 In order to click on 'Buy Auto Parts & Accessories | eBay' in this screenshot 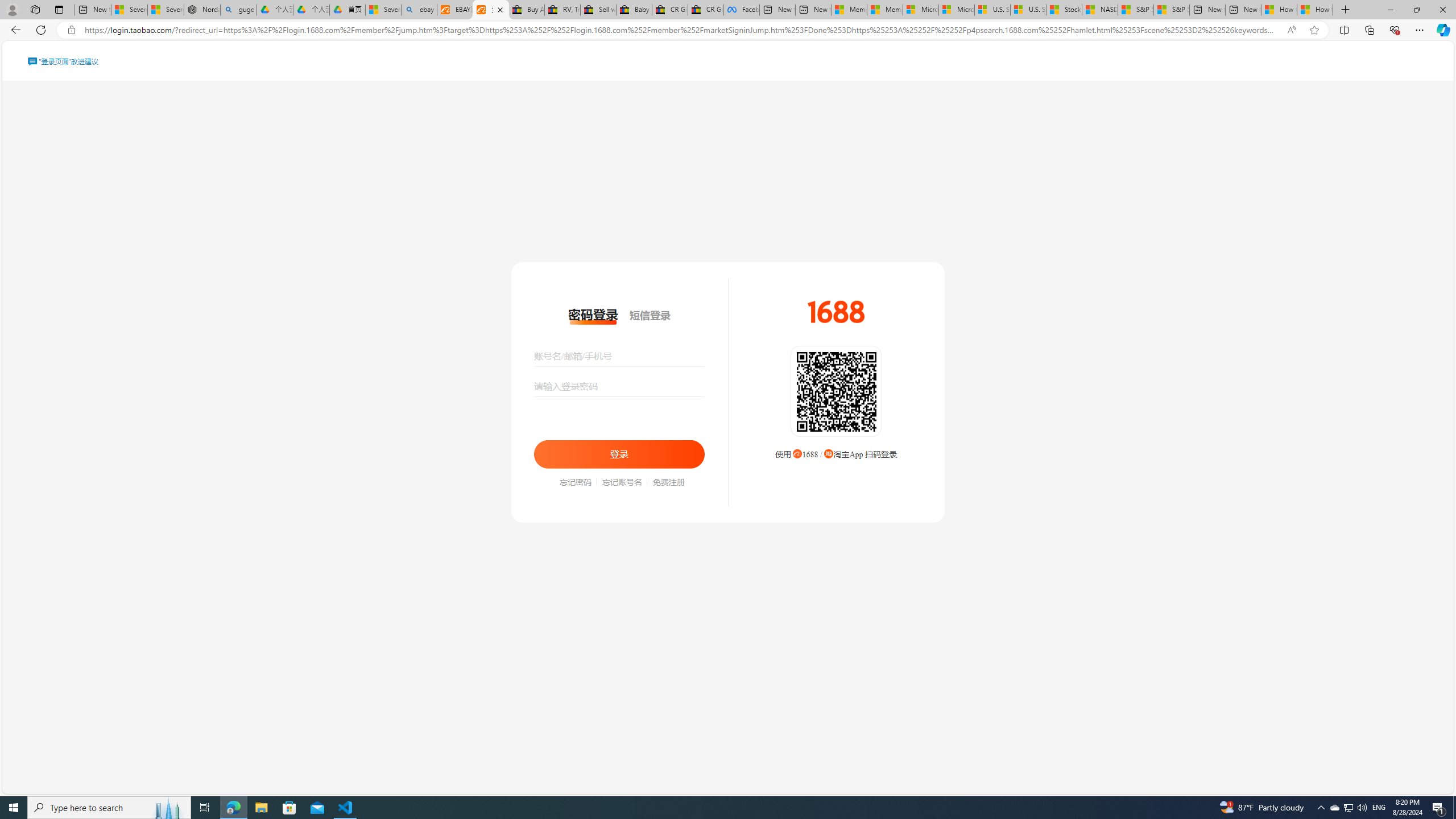, I will do `click(526, 9)`.